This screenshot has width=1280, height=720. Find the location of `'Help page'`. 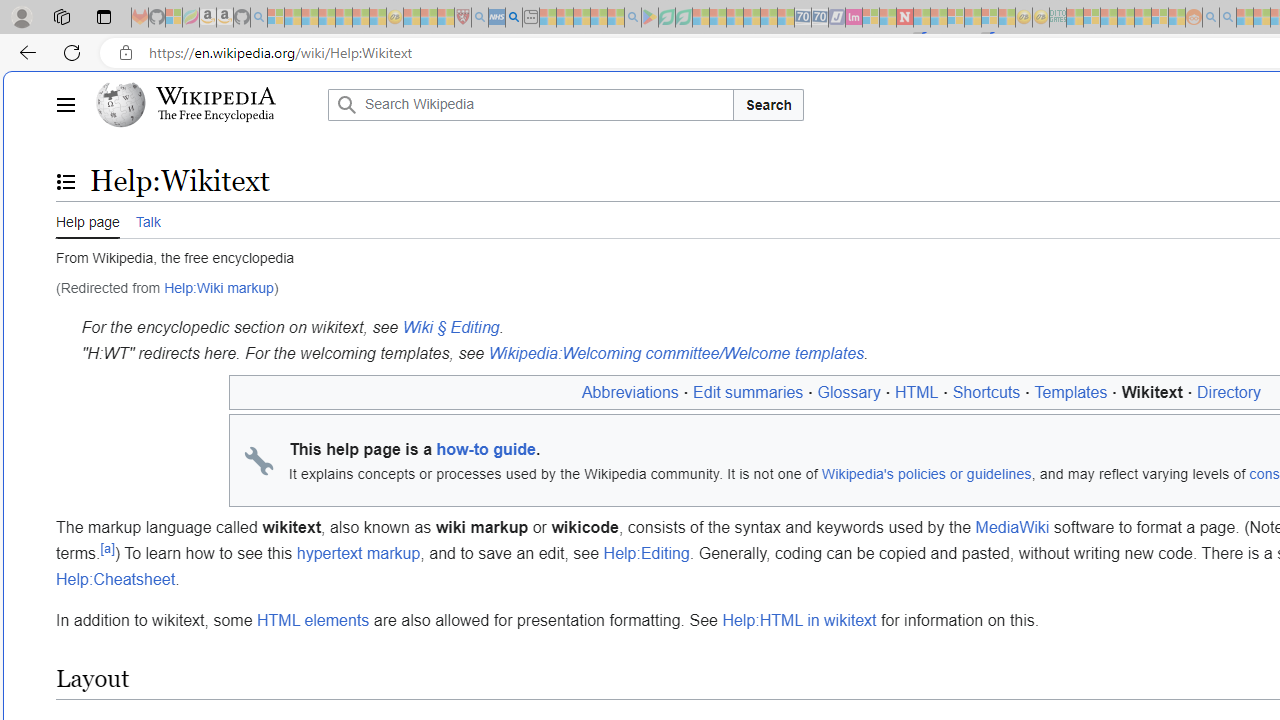

'Help page' is located at coordinates (87, 219).